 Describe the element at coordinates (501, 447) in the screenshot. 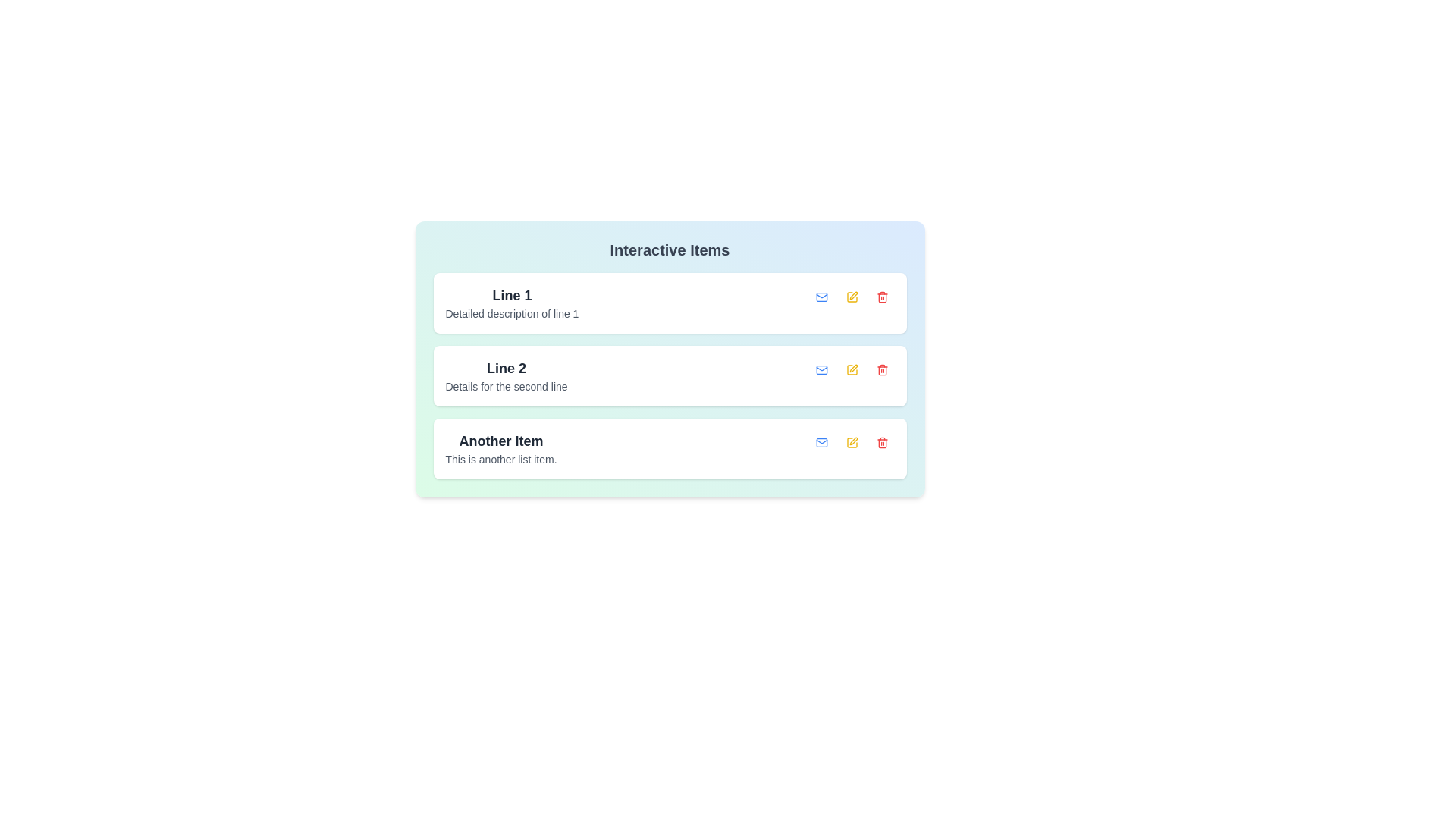

I see `the item Another Item to highlight it` at that location.